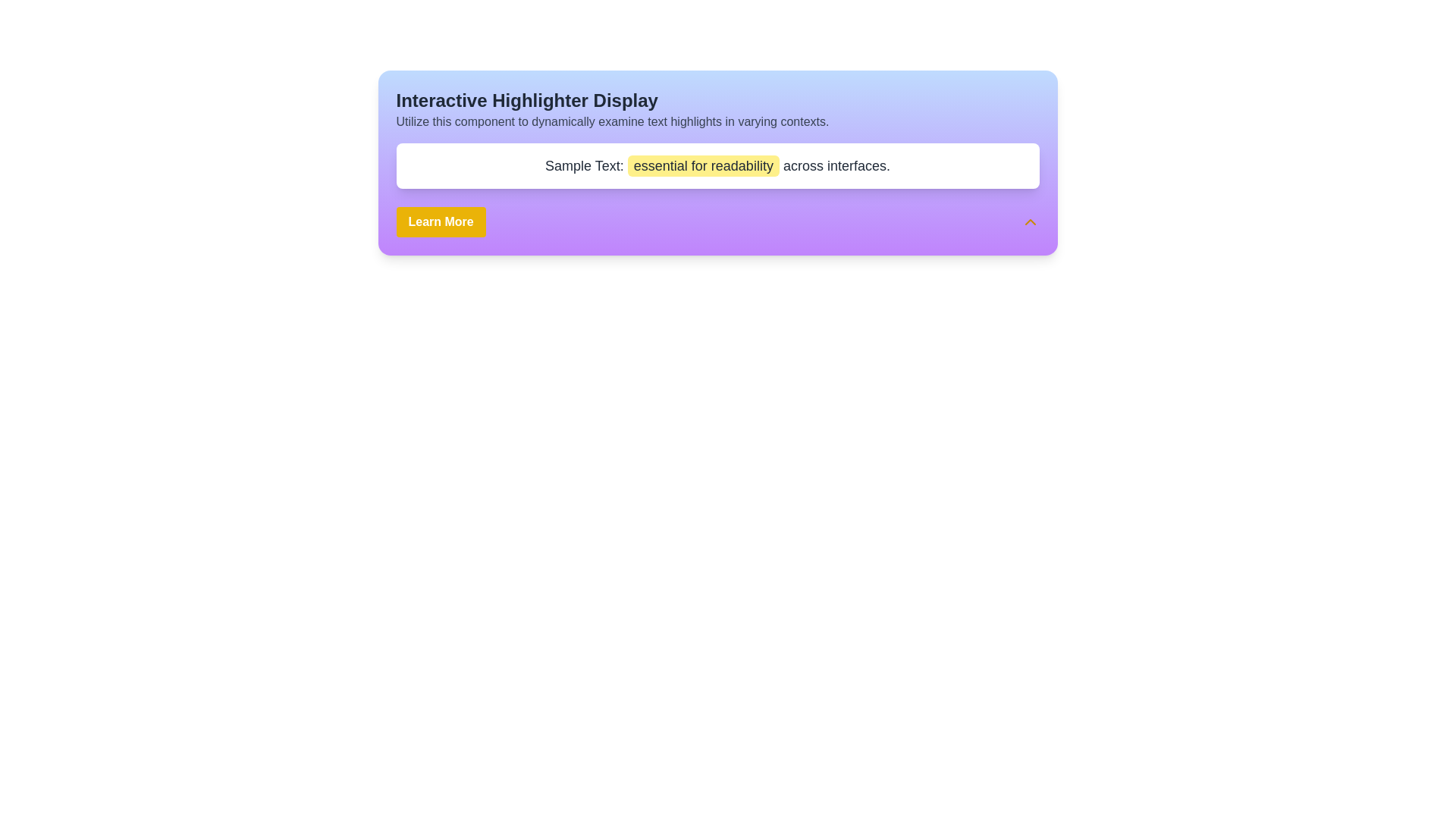 This screenshot has height=819, width=1456. I want to click on the Text Box that displays specific textual content, positioned centrally beneath the title 'Interactive Highlighter Display' and above the 'Learn More' button, so click(717, 166).